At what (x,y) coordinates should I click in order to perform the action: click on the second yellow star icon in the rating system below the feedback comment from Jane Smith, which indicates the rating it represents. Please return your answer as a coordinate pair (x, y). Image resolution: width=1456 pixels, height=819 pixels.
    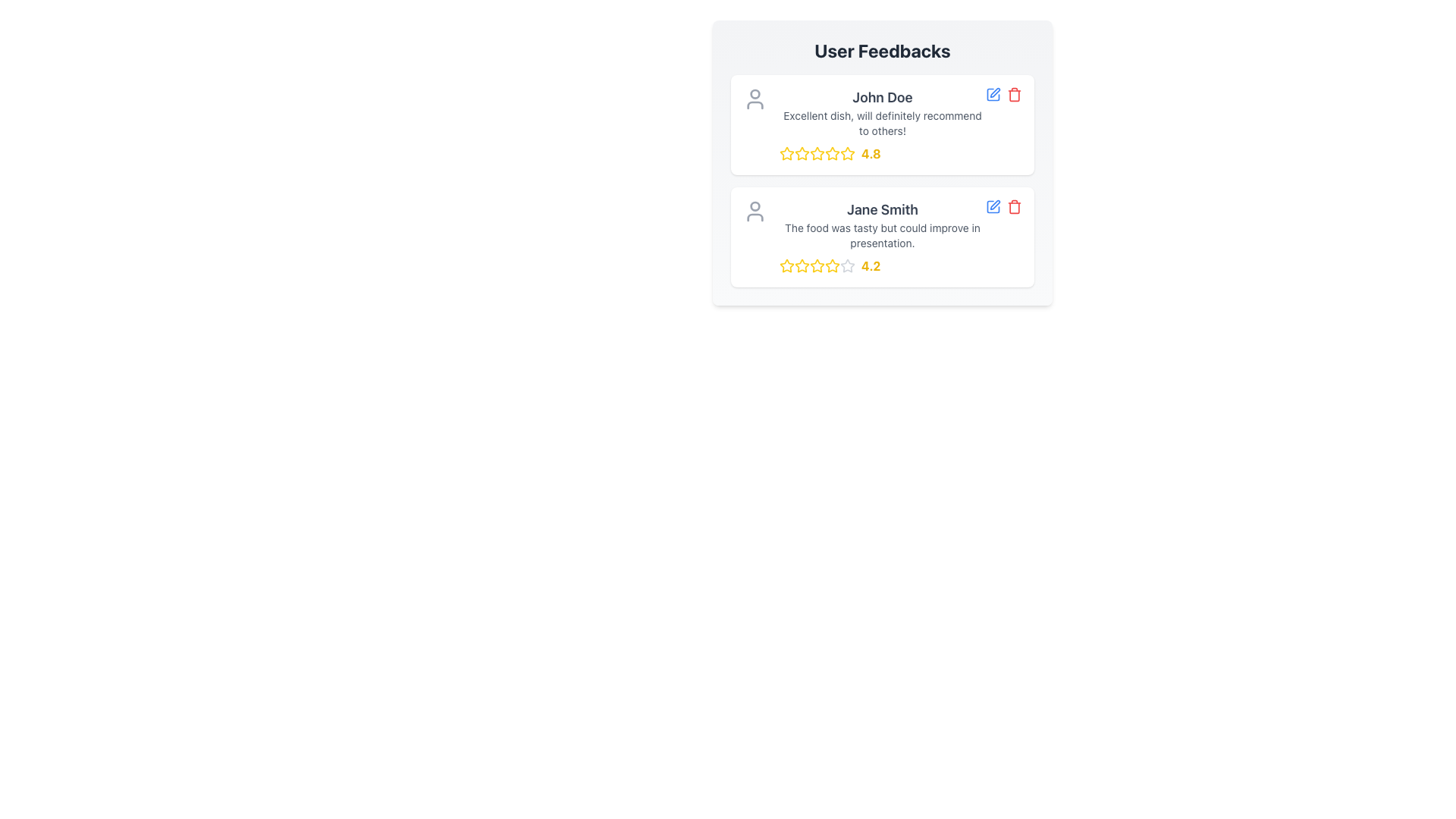
    Looking at the image, I should click on (817, 265).